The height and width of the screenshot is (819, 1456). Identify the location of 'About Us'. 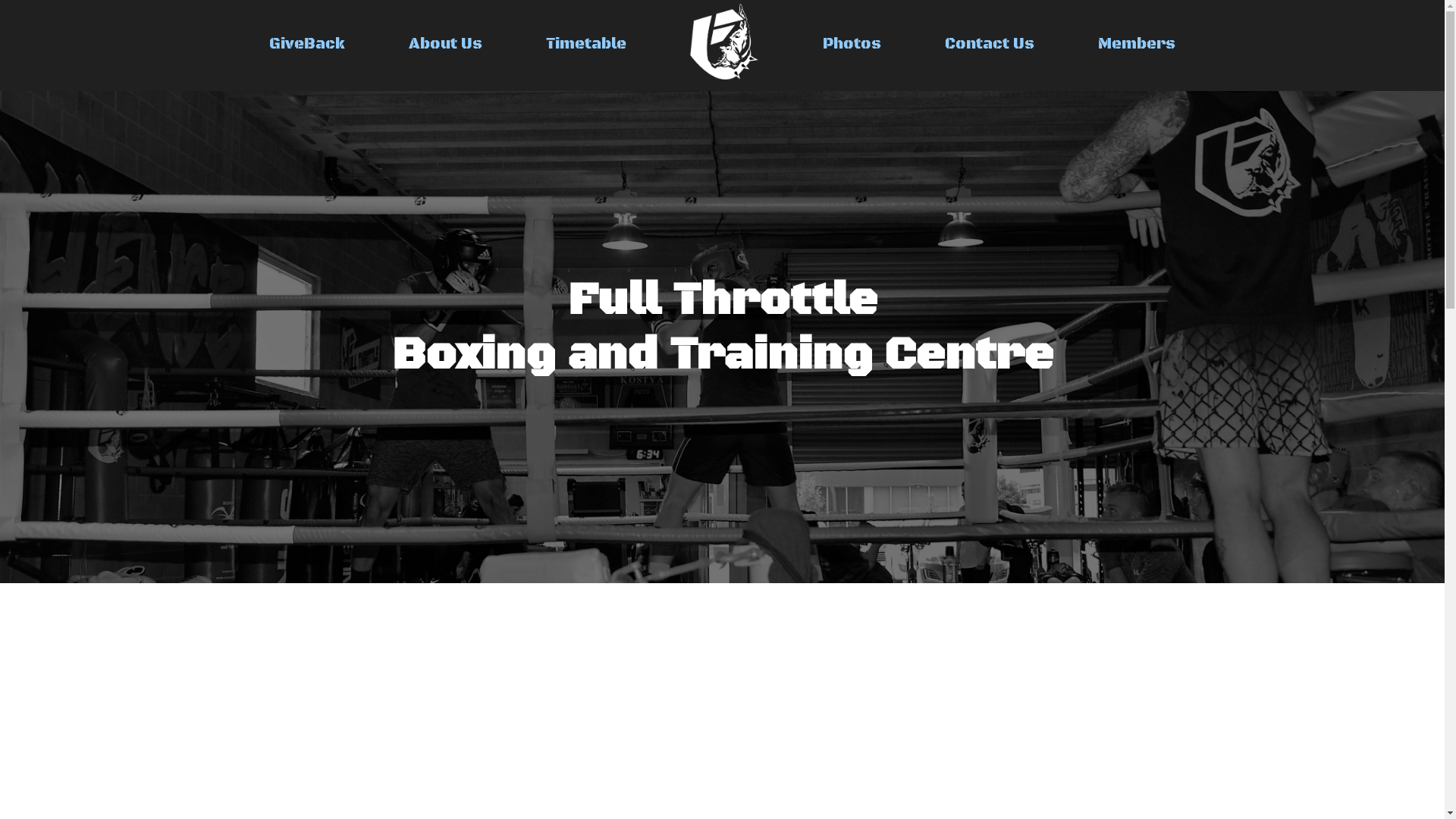
(444, 43).